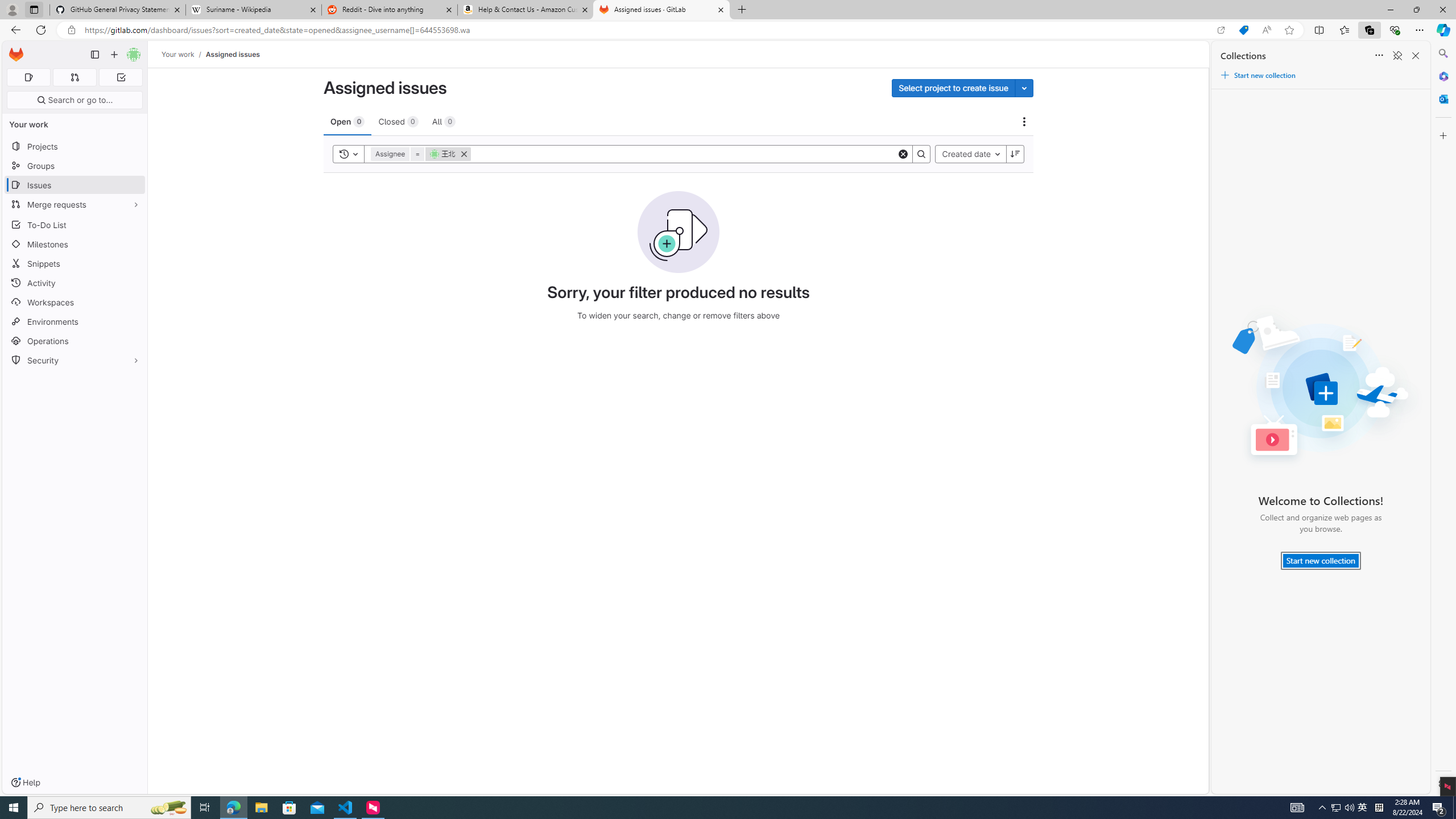 This screenshot has height=819, width=1456. I want to click on 'Issues', so click(74, 185).